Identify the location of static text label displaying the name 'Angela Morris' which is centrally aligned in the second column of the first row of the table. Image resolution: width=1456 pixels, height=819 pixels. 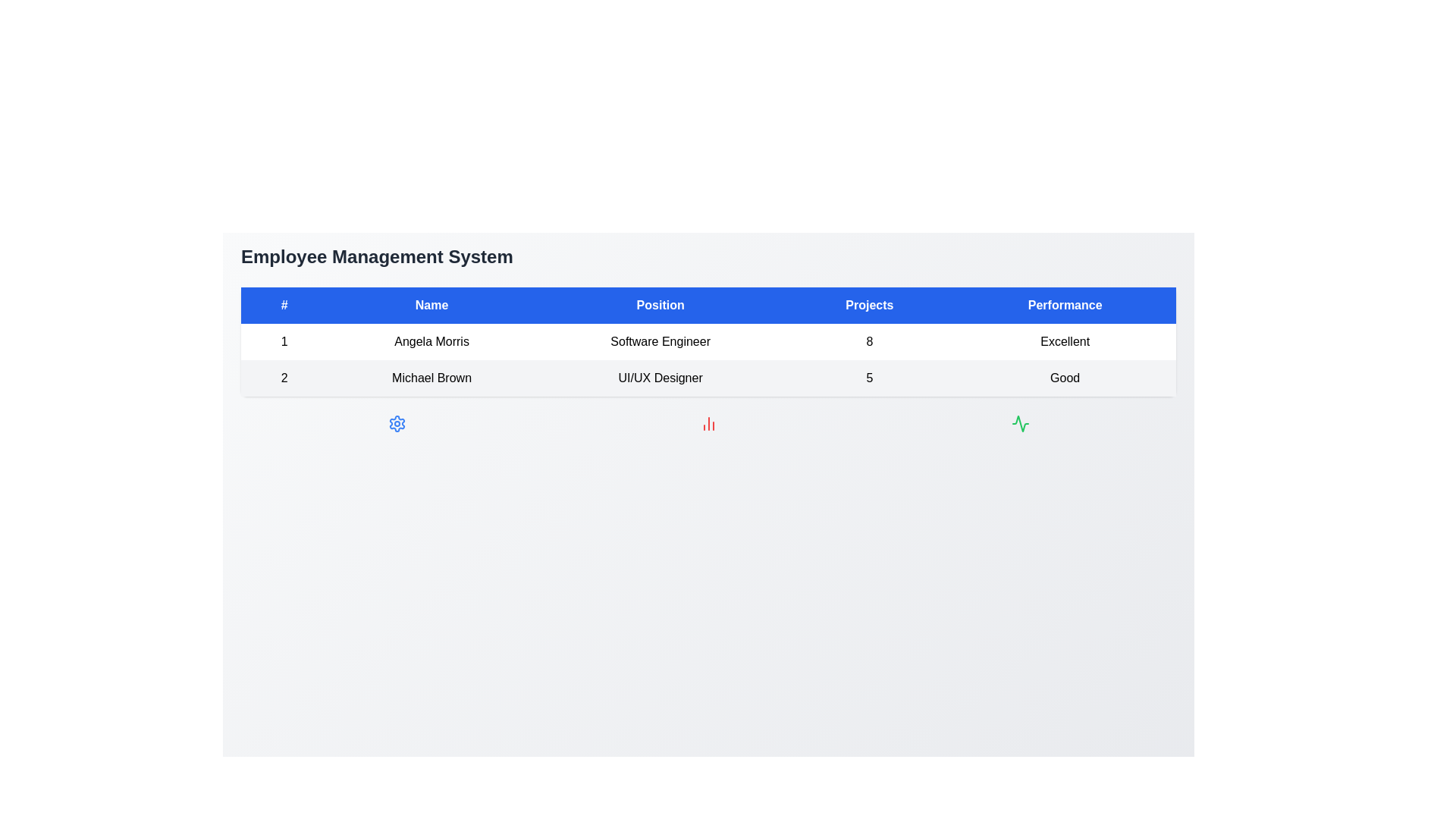
(431, 342).